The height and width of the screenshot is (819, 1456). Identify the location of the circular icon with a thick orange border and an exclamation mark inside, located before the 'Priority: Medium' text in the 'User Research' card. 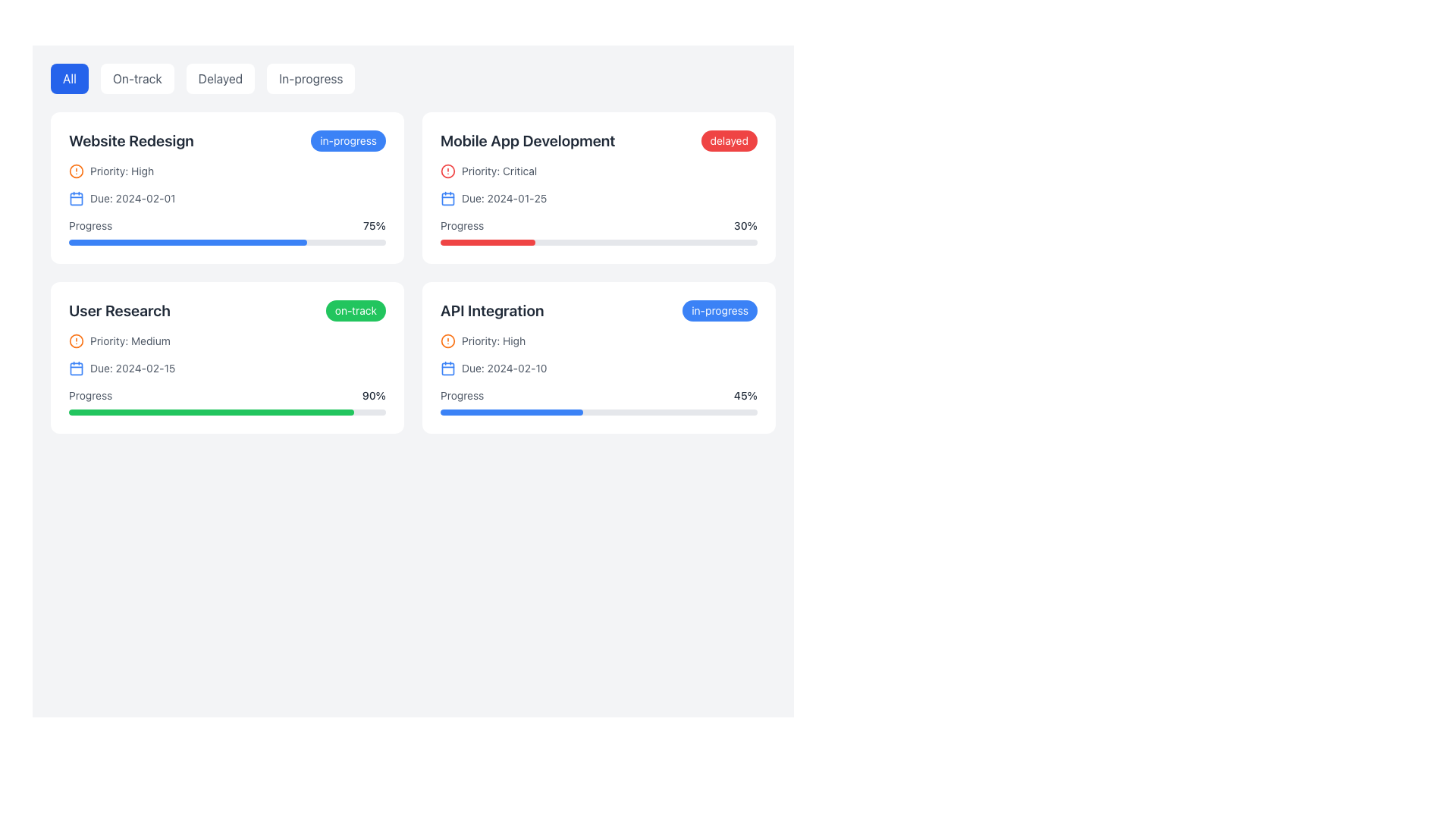
(75, 341).